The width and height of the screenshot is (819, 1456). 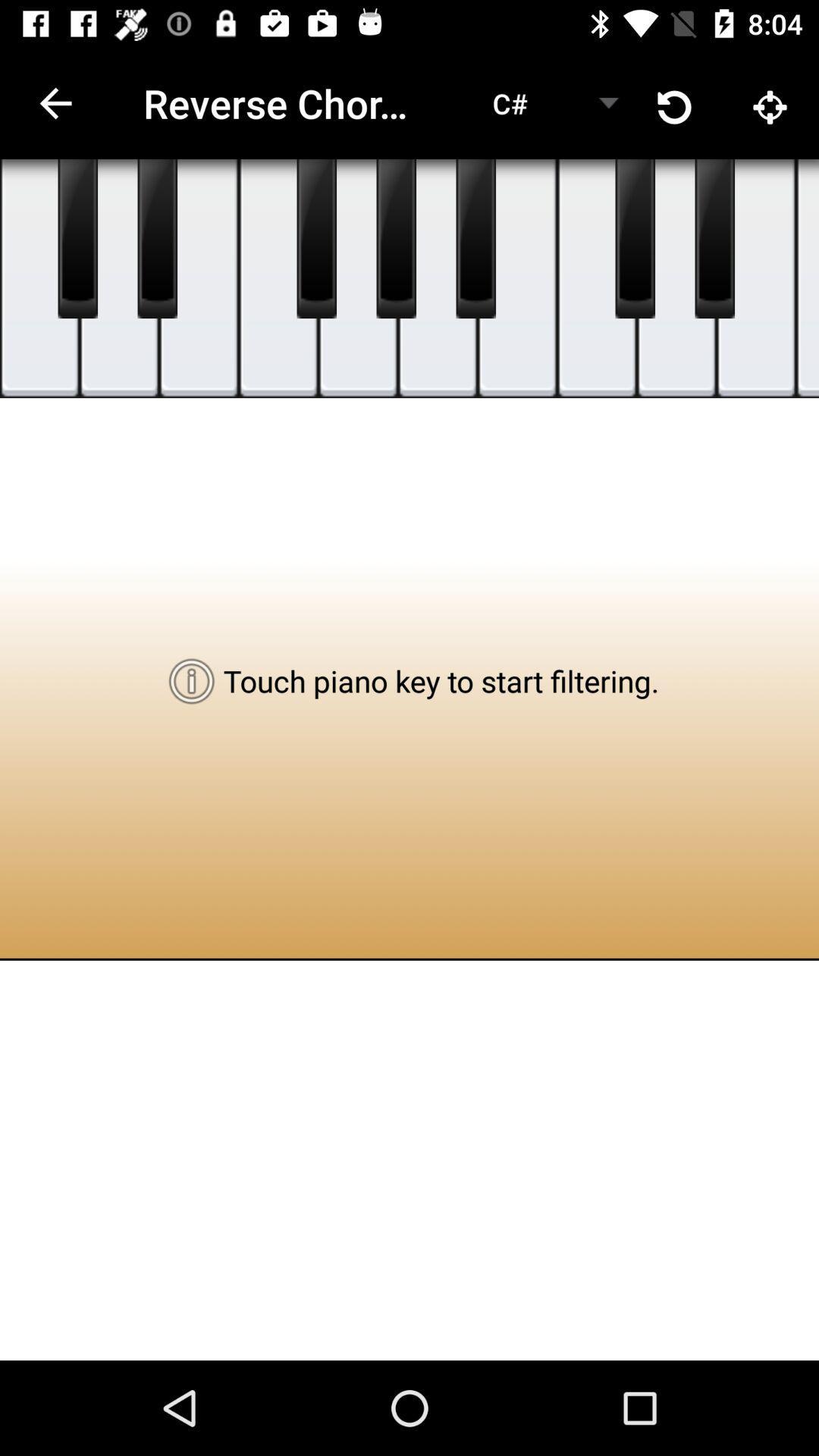 I want to click on the sound, so click(x=676, y=278).